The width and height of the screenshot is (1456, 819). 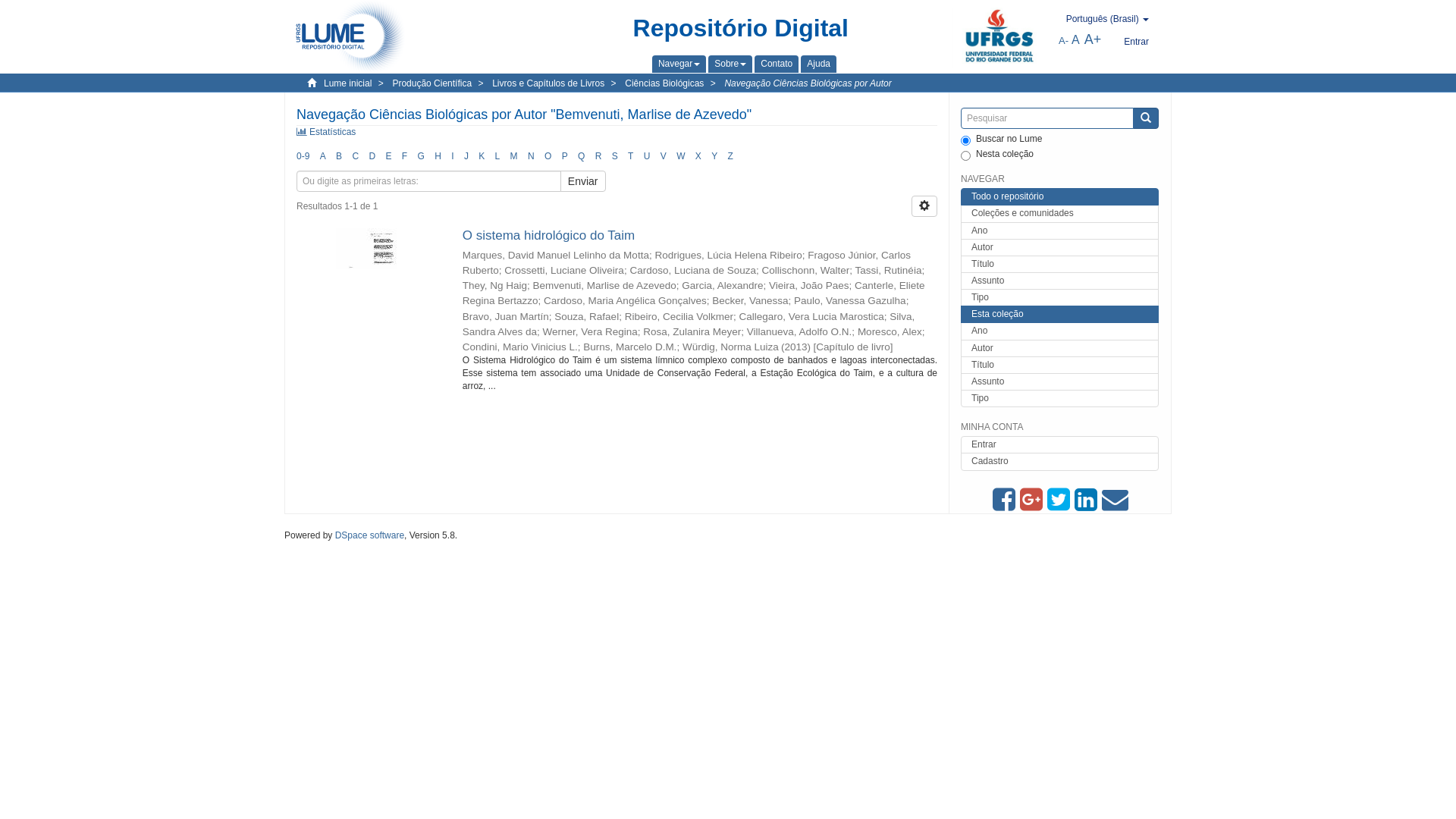 I want to click on 'W', so click(x=679, y=155).